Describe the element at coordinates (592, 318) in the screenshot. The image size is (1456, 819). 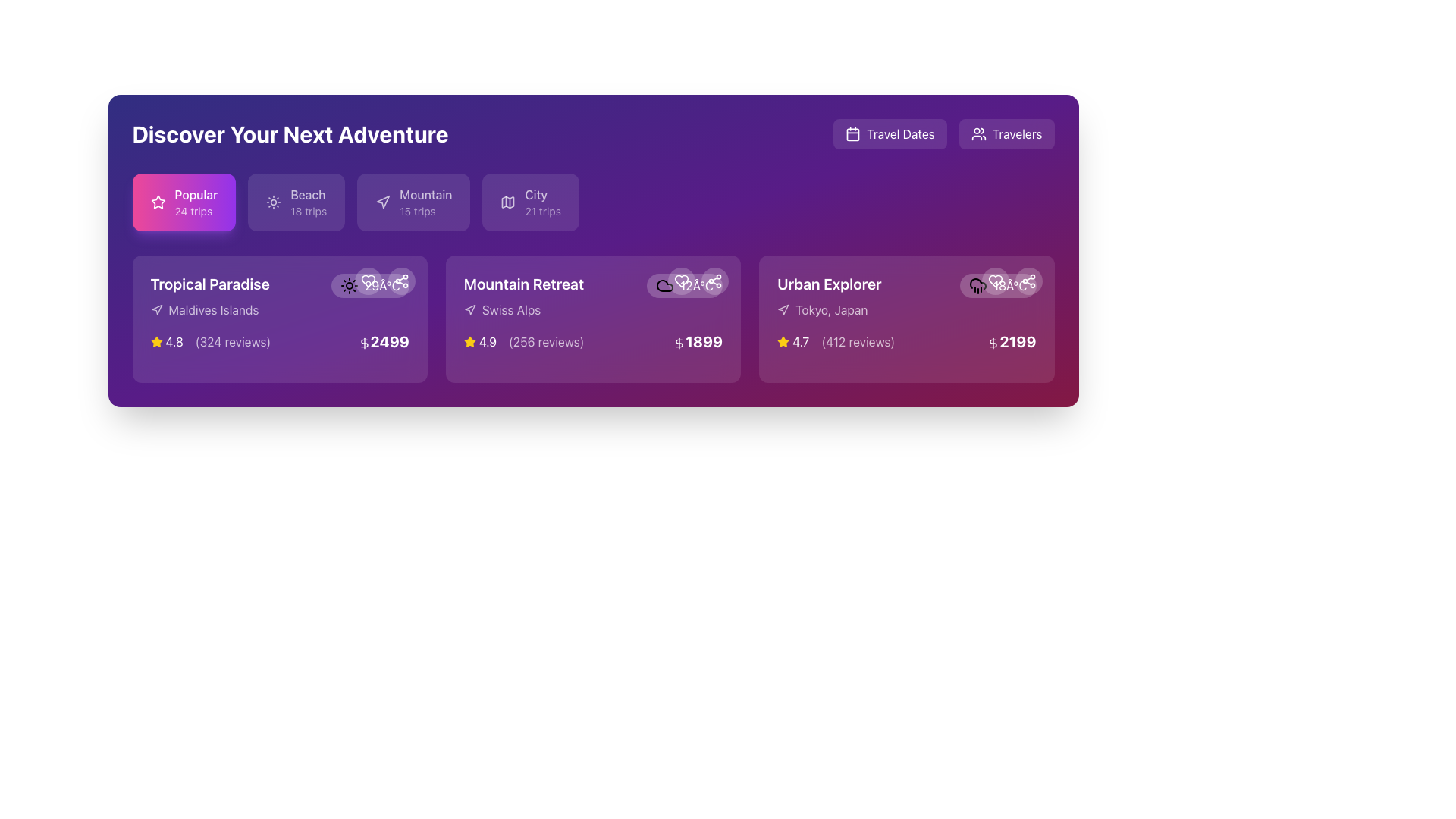
I see `the second card in the travel destination selection grid` at that location.